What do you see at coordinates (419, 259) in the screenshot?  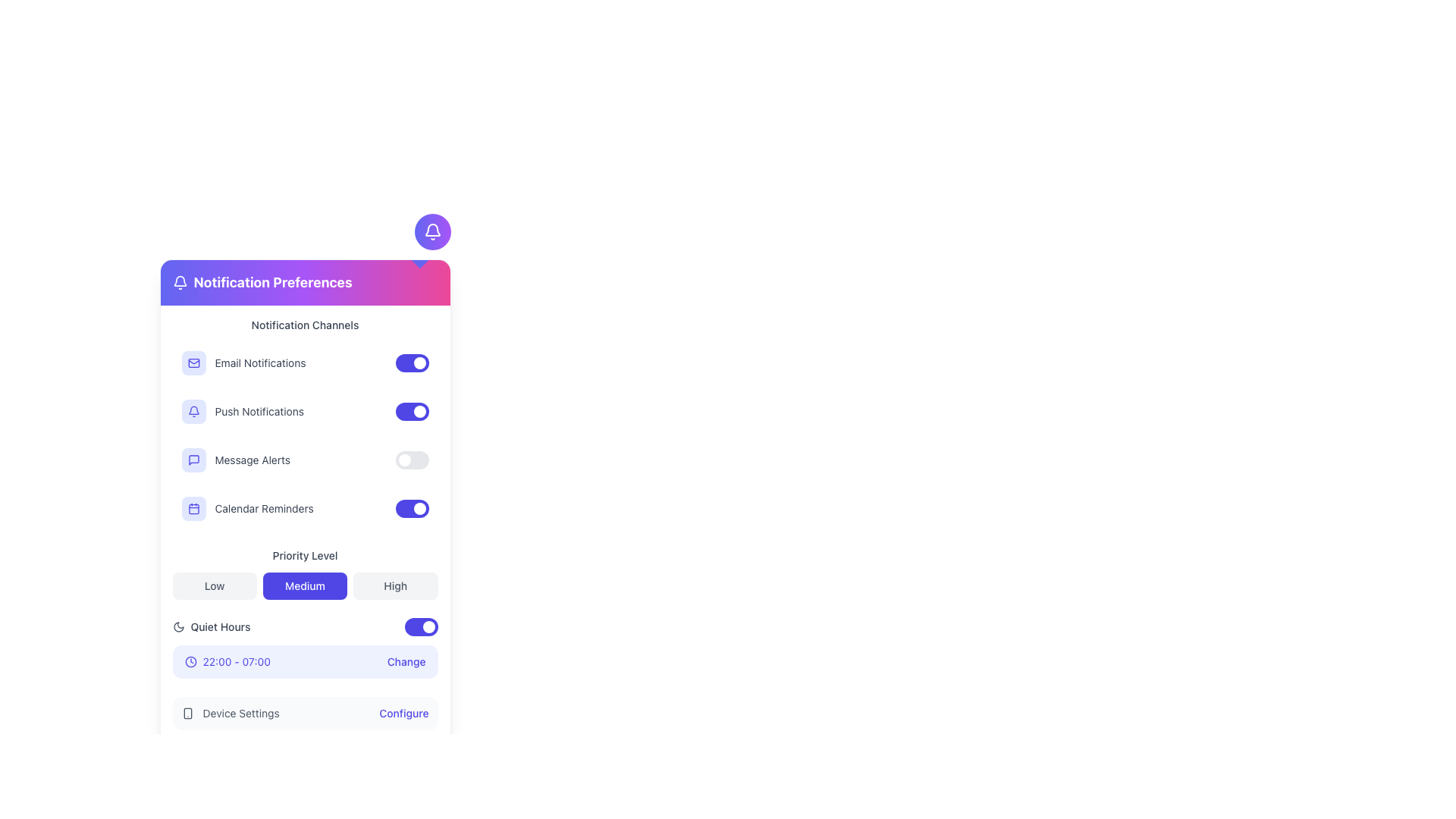 I see `the decorative shape or icon located at the top-right edge of the 'Notification Preferences' section` at bounding box center [419, 259].